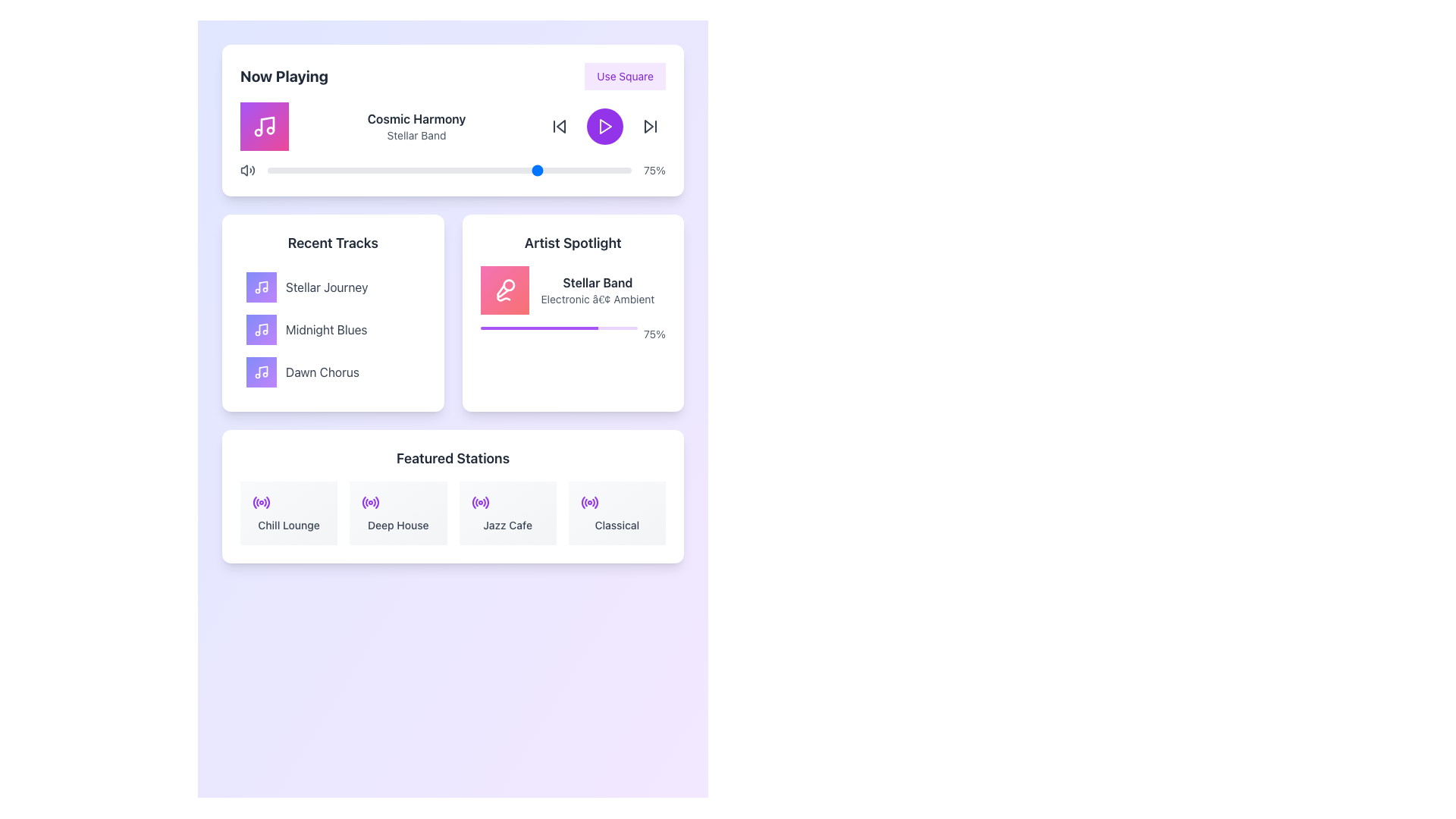 The image size is (1456, 819). I want to click on the 'Deep House' selectable tile, so click(398, 513).